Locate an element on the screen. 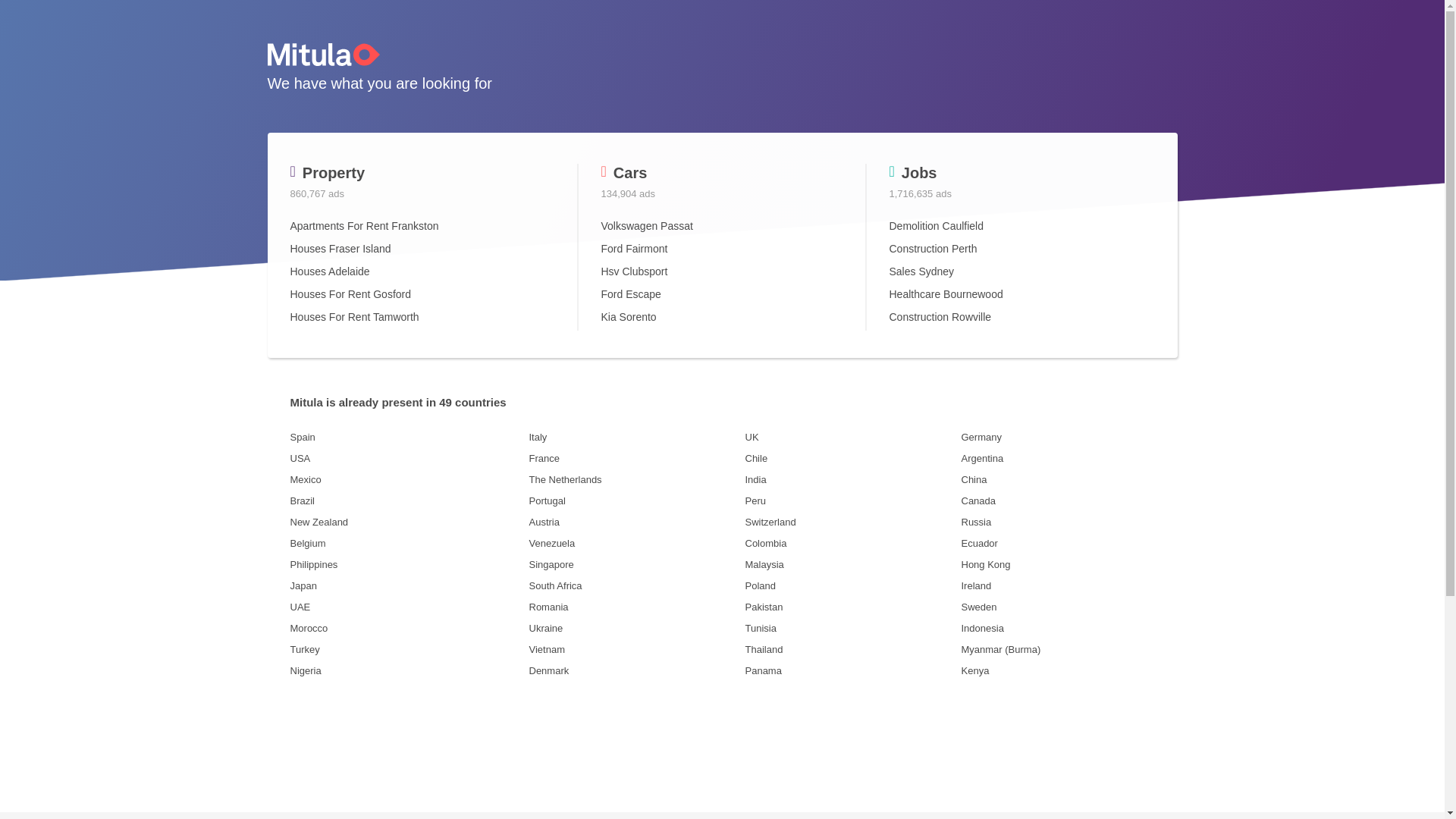  'Cars' is located at coordinates (623, 172).